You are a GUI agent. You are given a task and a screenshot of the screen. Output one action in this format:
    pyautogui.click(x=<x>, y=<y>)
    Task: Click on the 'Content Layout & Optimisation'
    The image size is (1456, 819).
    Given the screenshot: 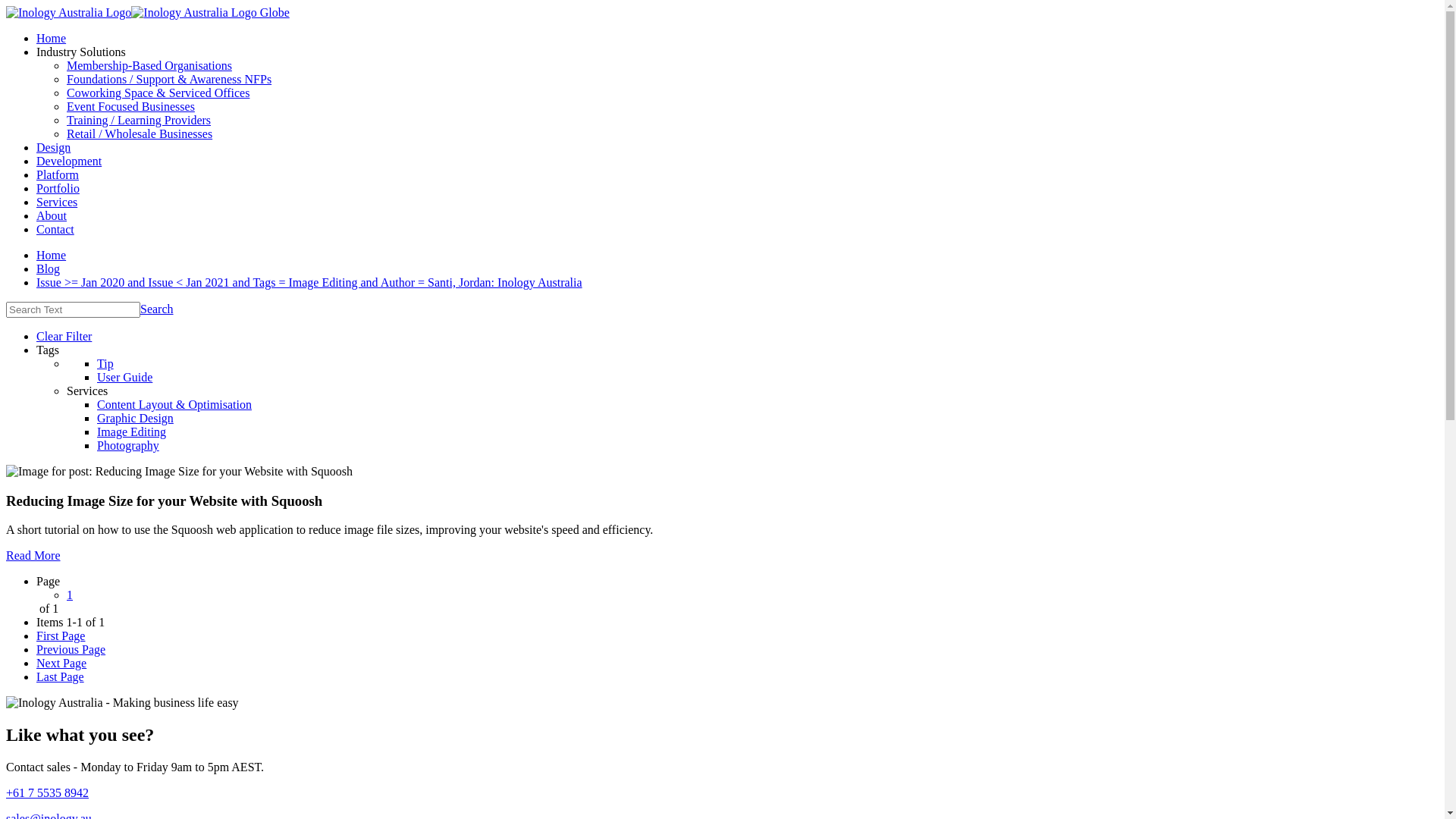 What is the action you would take?
    pyautogui.click(x=174, y=403)
    